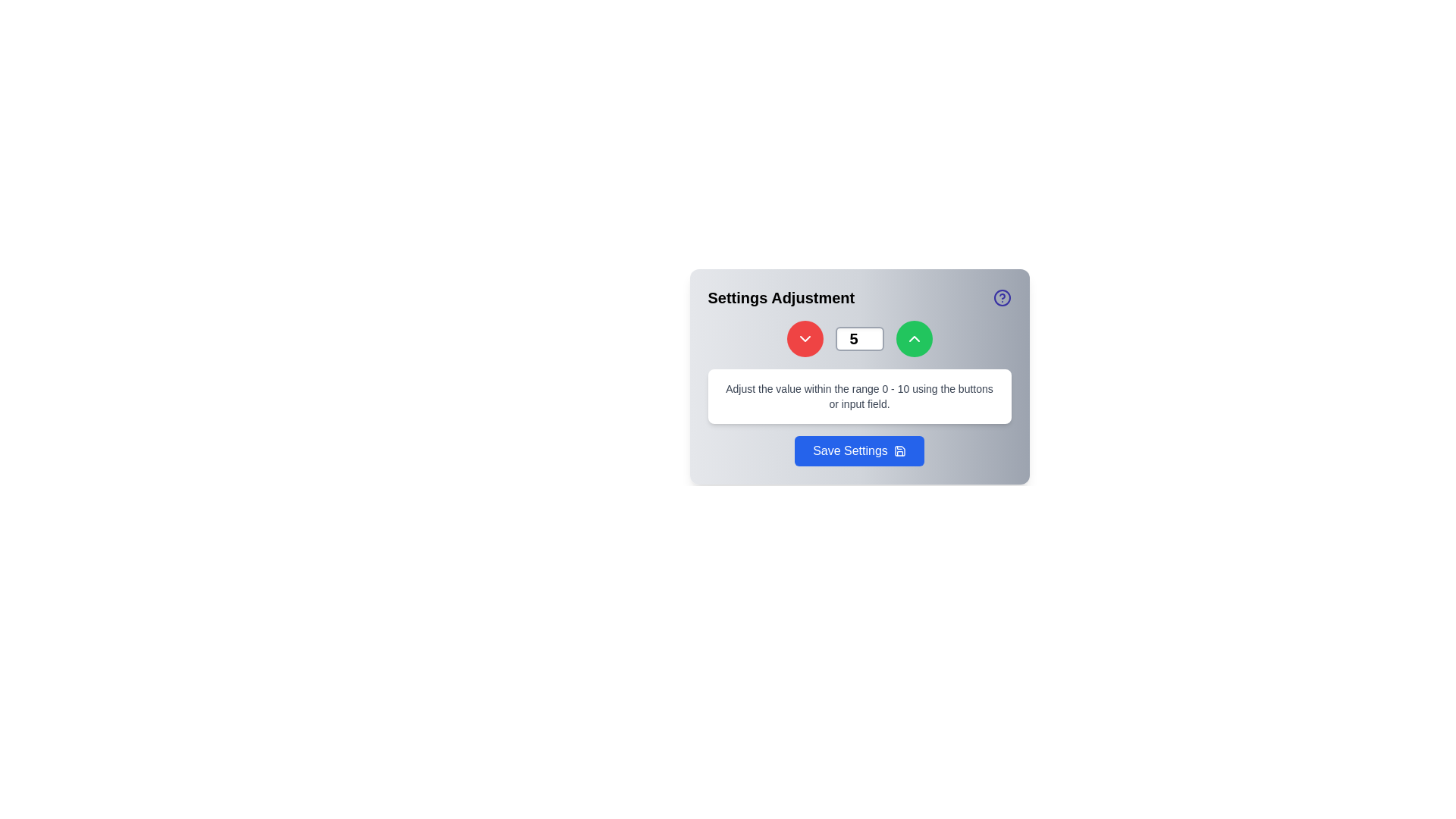 This screenshot has height=819, width=1456. Describe the element at coordinates (1002, 298) in the screenshot. I see `the circular help icon with a question mark in its center, located in the header of the 'Settings Adjustment' dialog box` at that location.